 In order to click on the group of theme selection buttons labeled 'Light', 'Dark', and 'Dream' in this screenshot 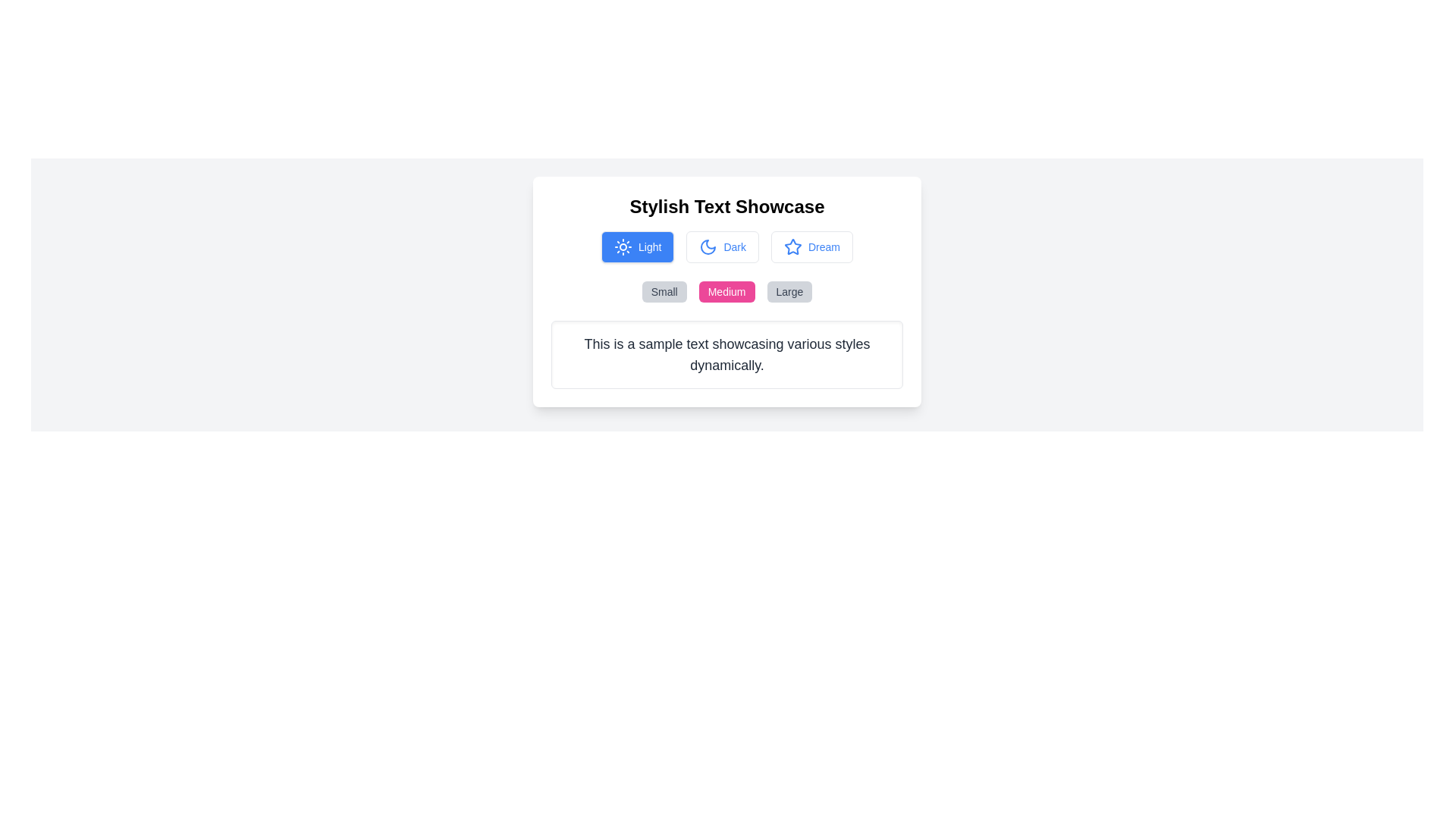, I will do `click(726, 246)`.